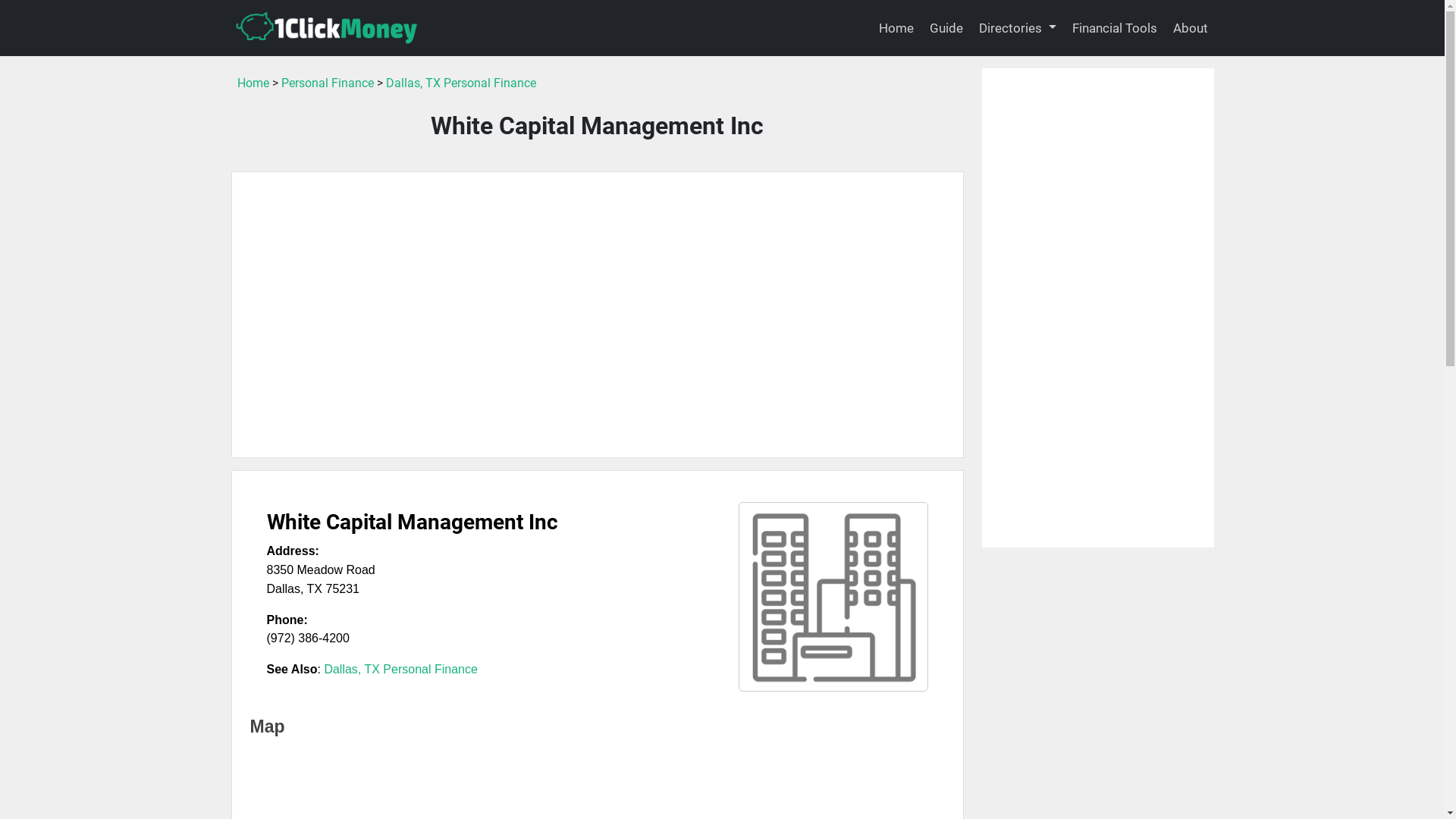  Describe the element at coordinates (459, 83) in the screenshot. I see `'Dallas, TX Personal Finance'` at that location.